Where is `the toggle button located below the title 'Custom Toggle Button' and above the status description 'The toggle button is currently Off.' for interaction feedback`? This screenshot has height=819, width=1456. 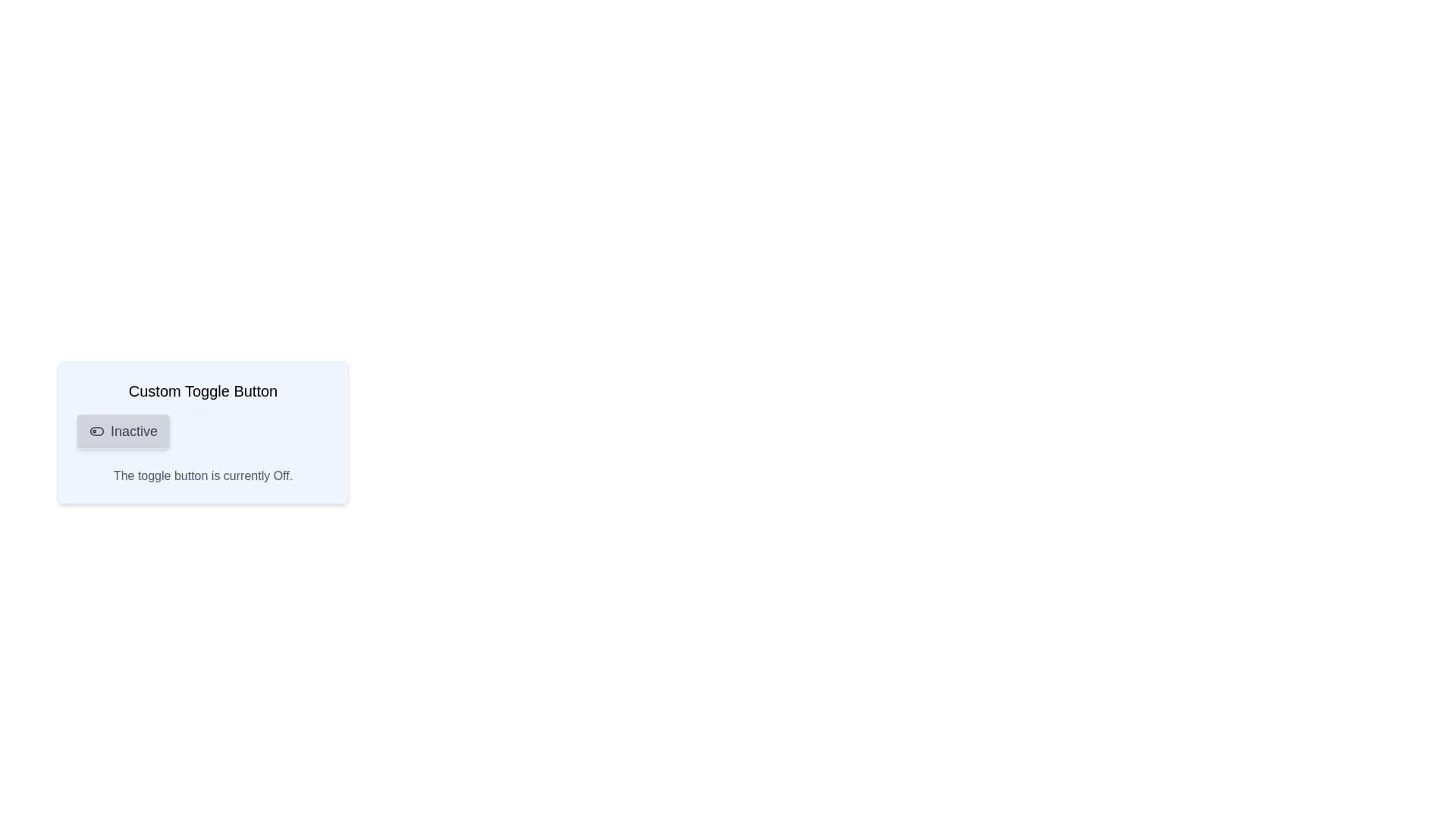 the toggle button located below the title 'Custom Toggle Button' and above the status description 'The toggle button is currently Off.' for interaction feedback is located at coordinates (124, 431).